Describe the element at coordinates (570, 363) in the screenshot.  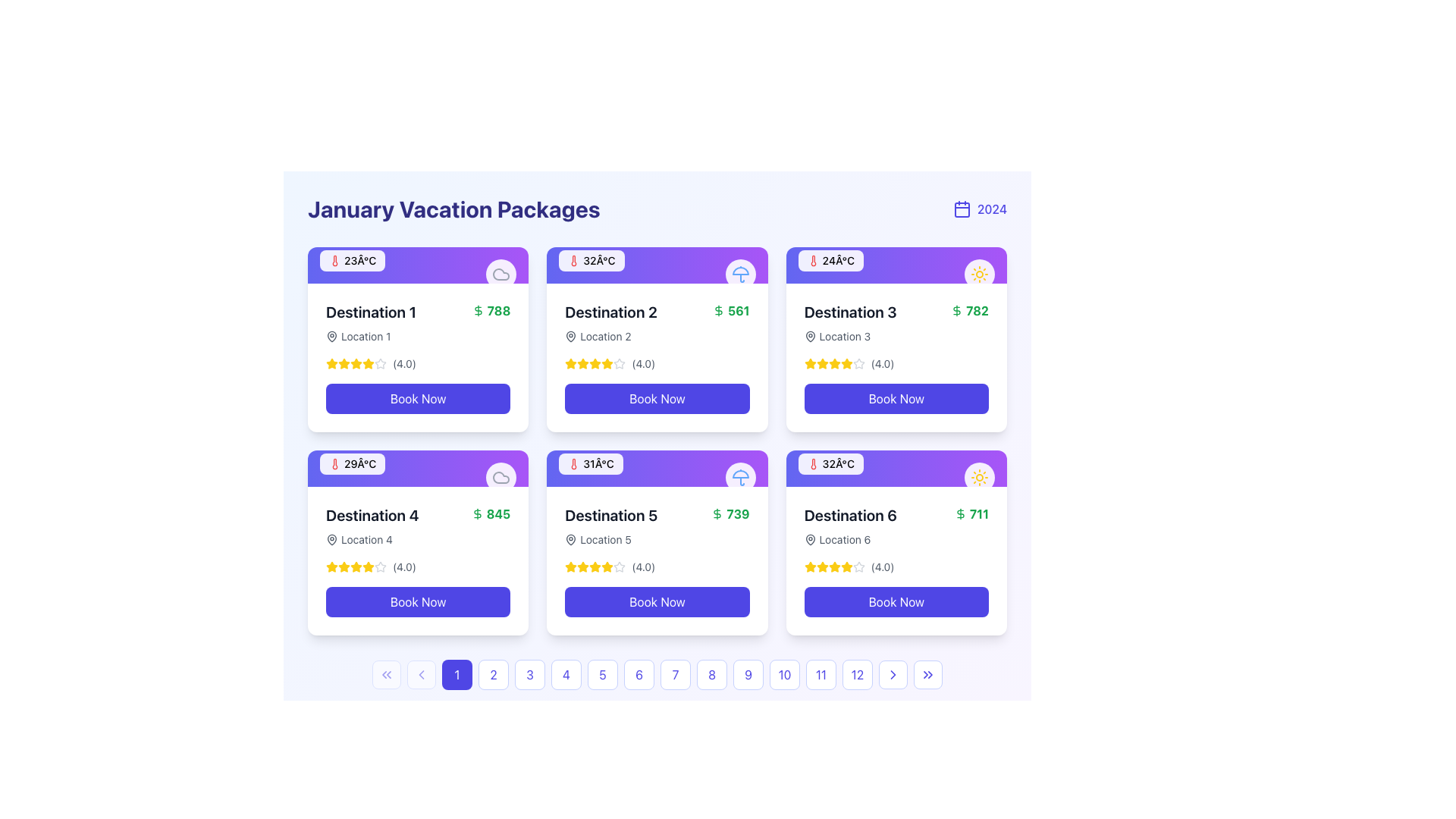
I see `the filled yellow star icon, the first star on the left in the rating section of the second destination card in the top row of the grid to interact with it` at that location.